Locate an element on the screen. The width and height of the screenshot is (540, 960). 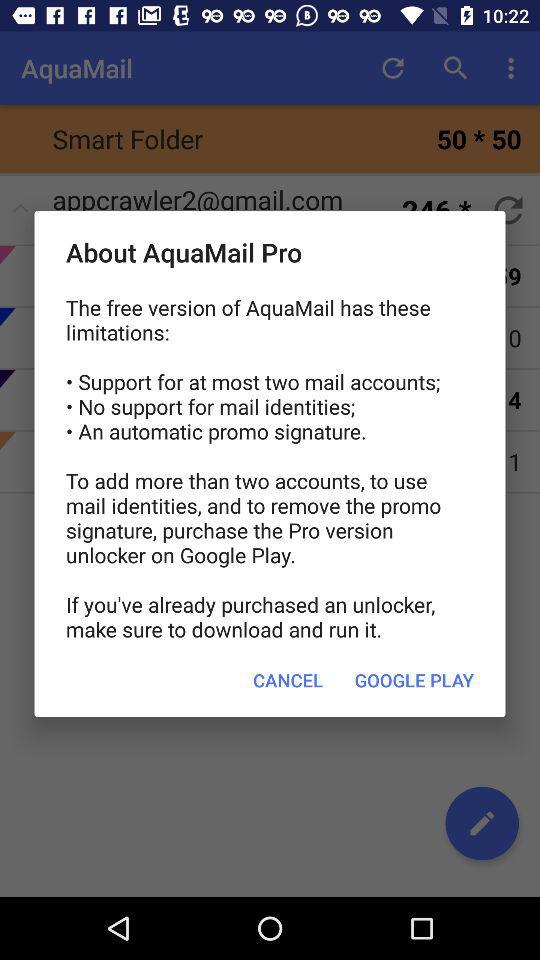
the icon to the left of the google play icon is located at coordinates (287, 680).